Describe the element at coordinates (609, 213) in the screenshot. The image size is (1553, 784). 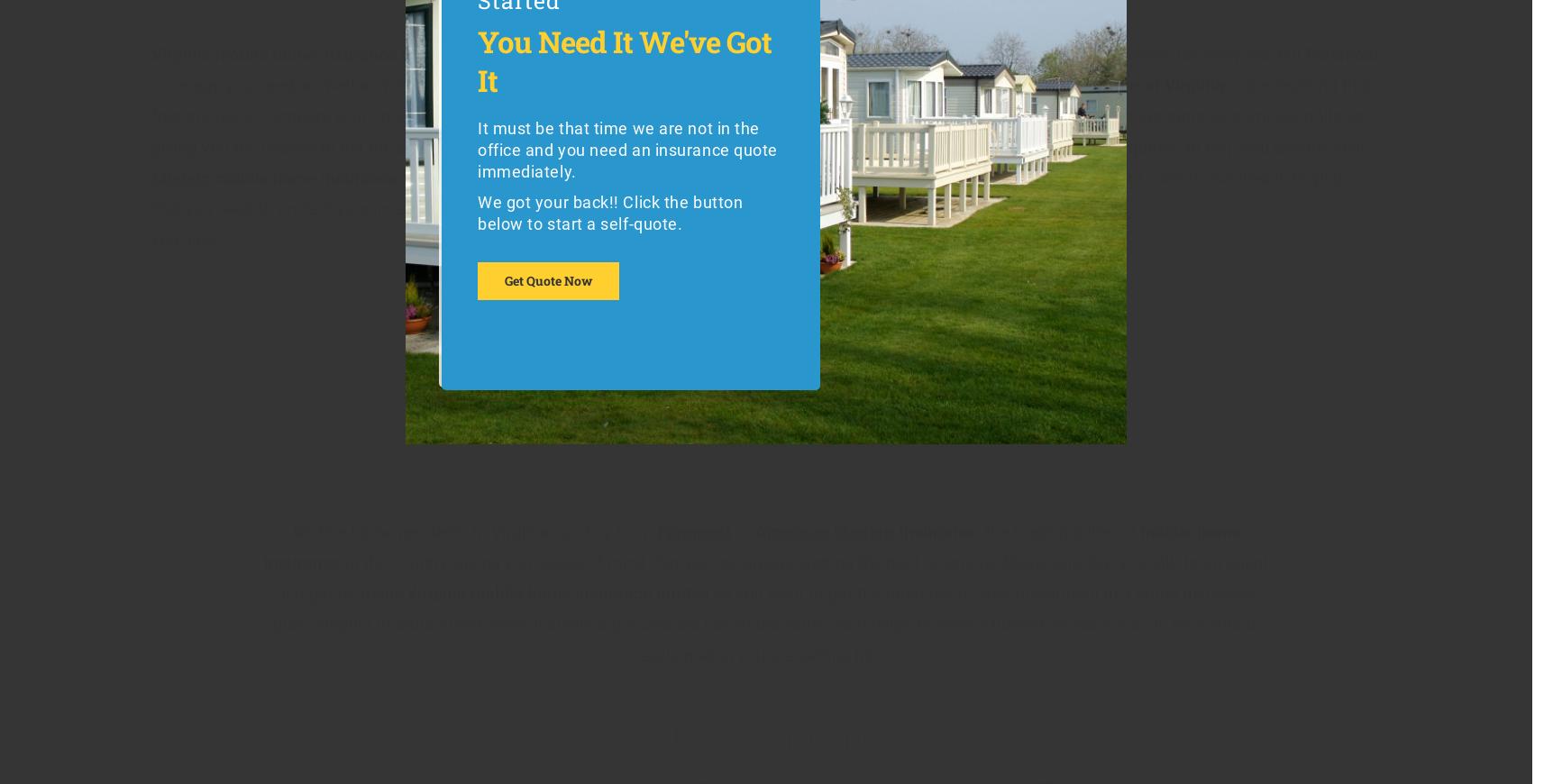
I see `'We got your back!! Click the button below to start a self-quote.'` at that location.